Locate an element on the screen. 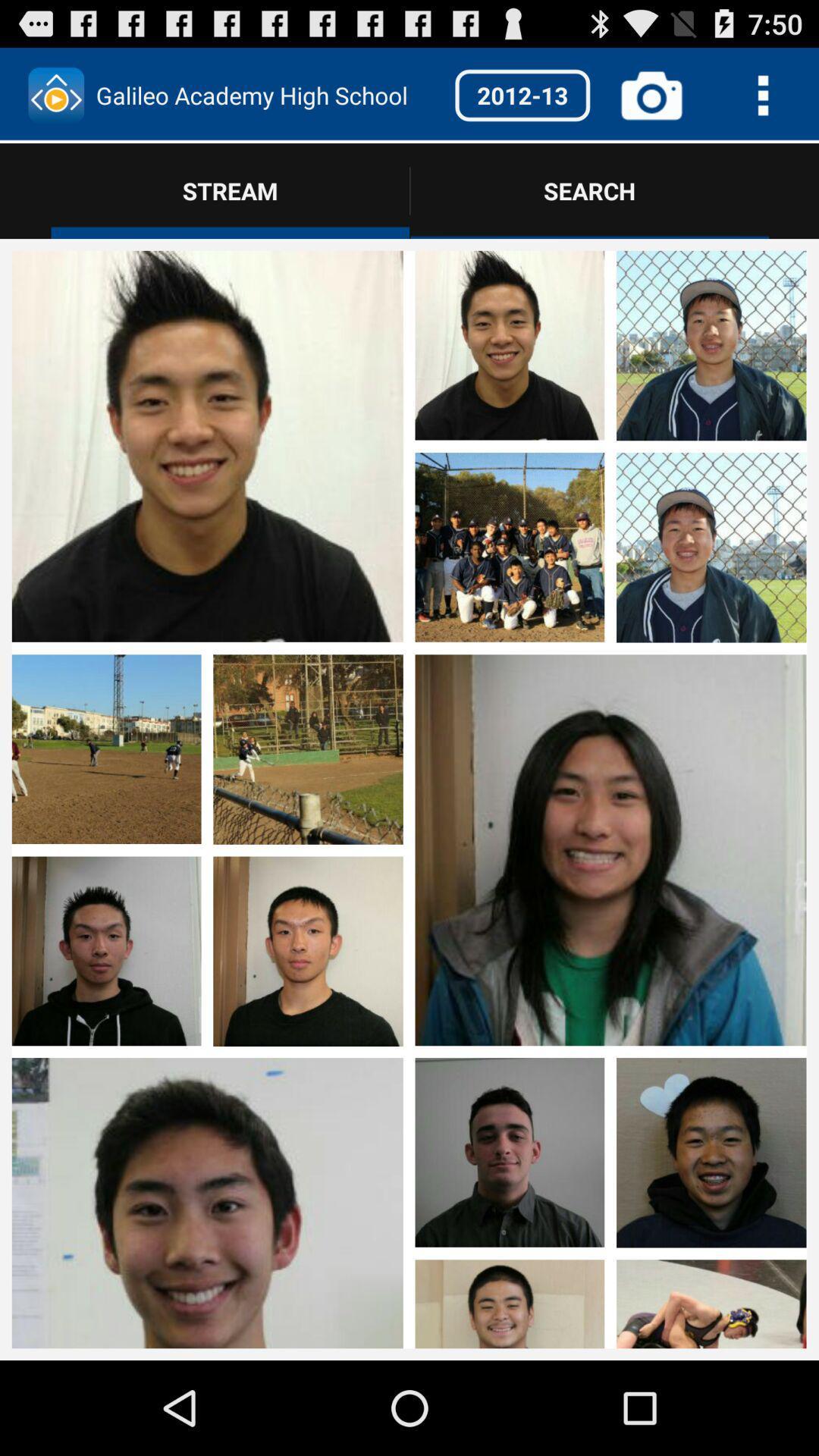  see photo is located at coordinates (207, 851).